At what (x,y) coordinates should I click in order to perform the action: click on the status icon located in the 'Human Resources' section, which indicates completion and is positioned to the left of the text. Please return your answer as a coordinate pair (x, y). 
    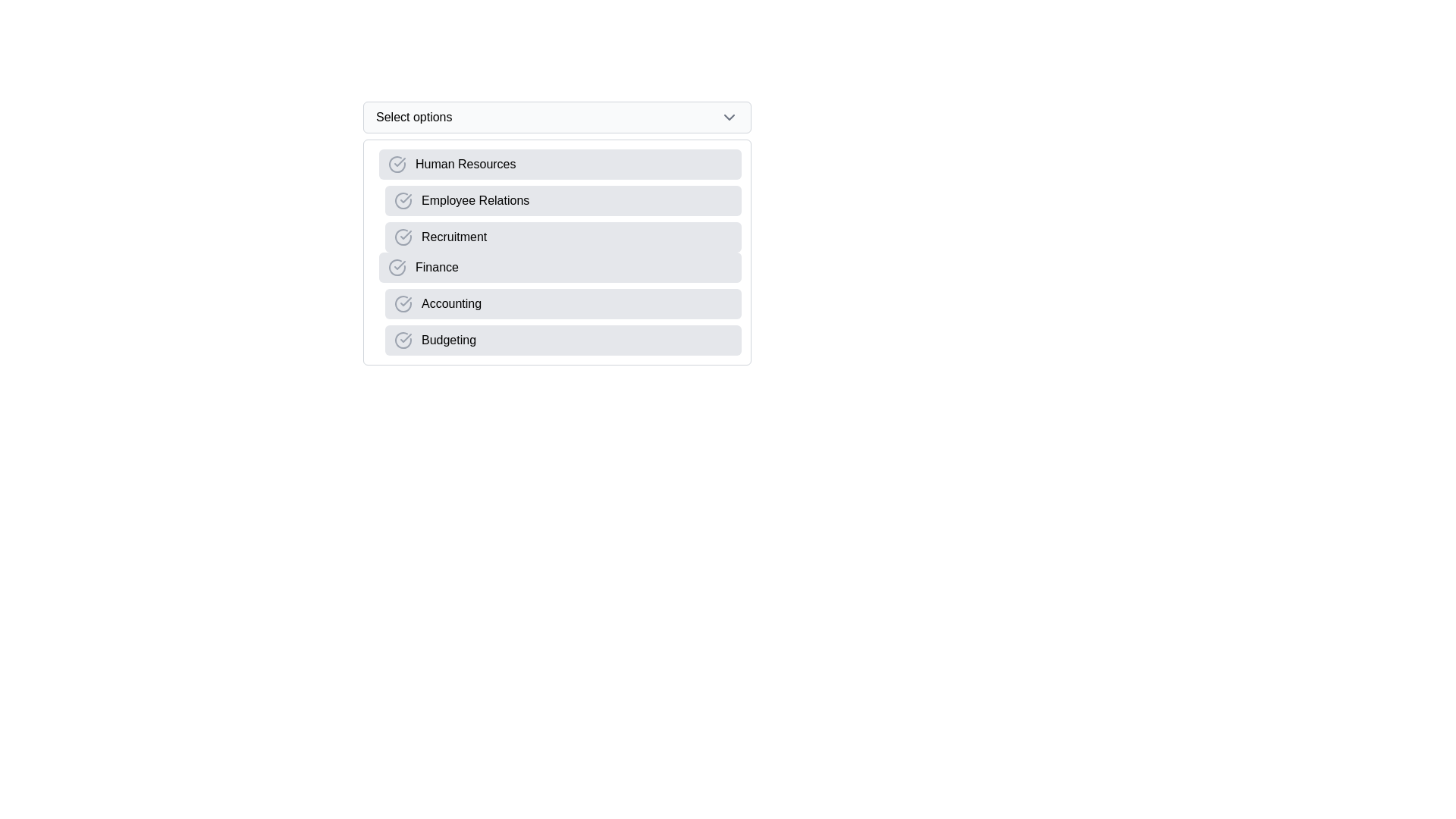
    Looking at the image, I should click on (397, 164).